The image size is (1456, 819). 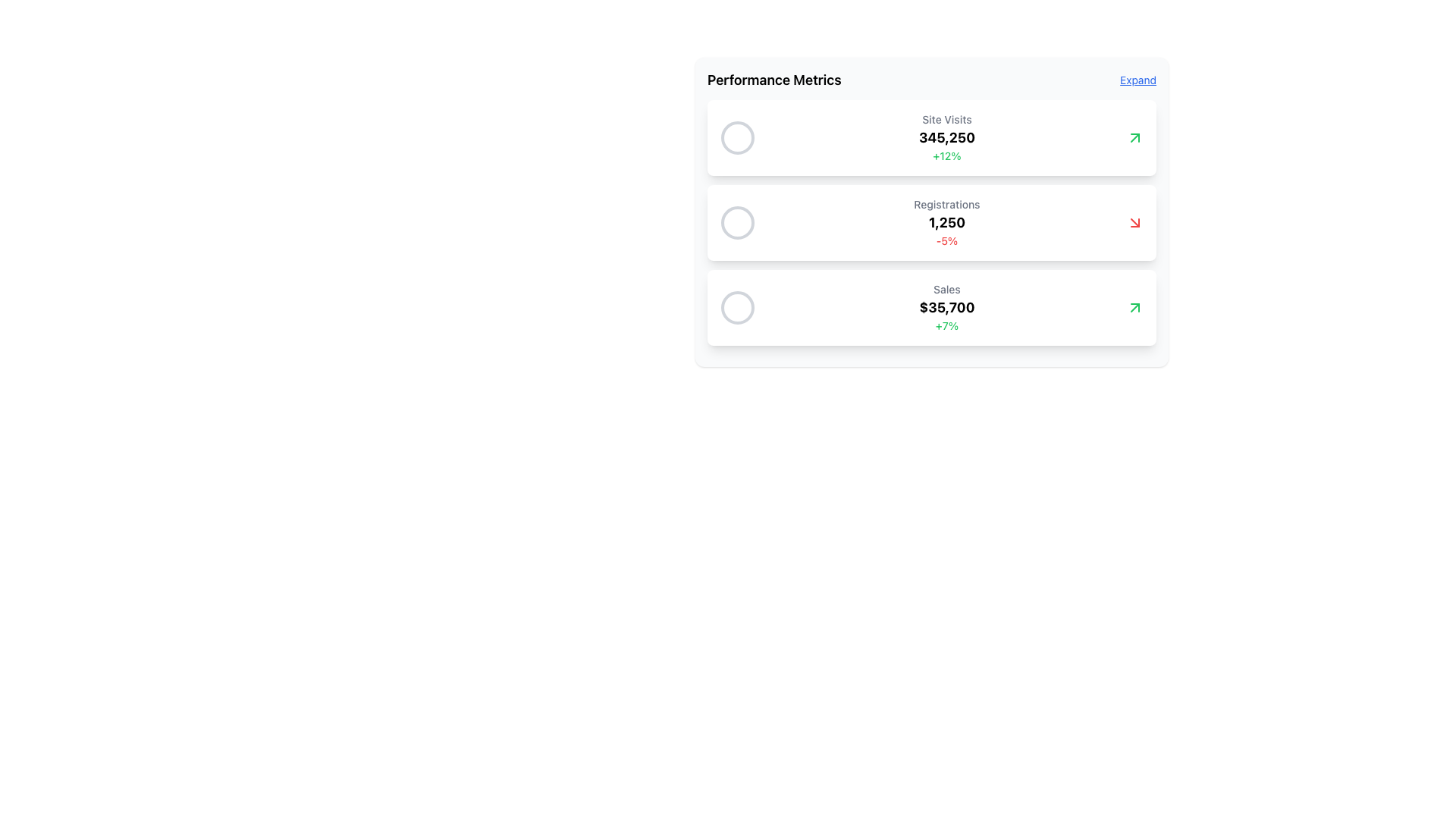 I want to click on the Statistical Display Block that displays the text 'Registrations', the bolded number '1,250', and the small red text '-5%', which is the second card in the vertical series of cards, so click(x=946, y=222).